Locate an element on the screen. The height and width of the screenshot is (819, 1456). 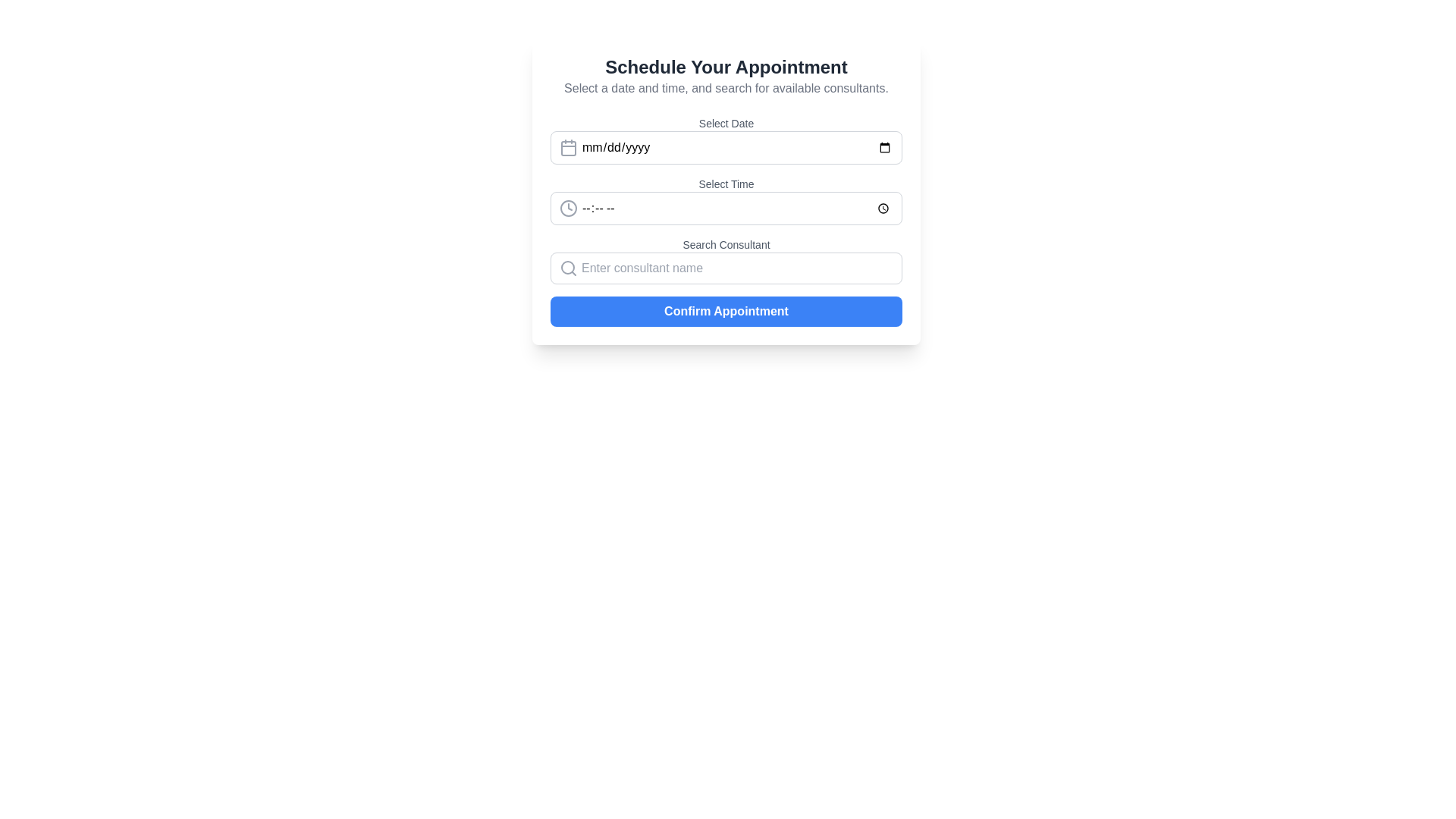
the heading 'Schedule Your Appointment', which is styled in bold and large font at the top of the section is located at coordinates (726, 66).